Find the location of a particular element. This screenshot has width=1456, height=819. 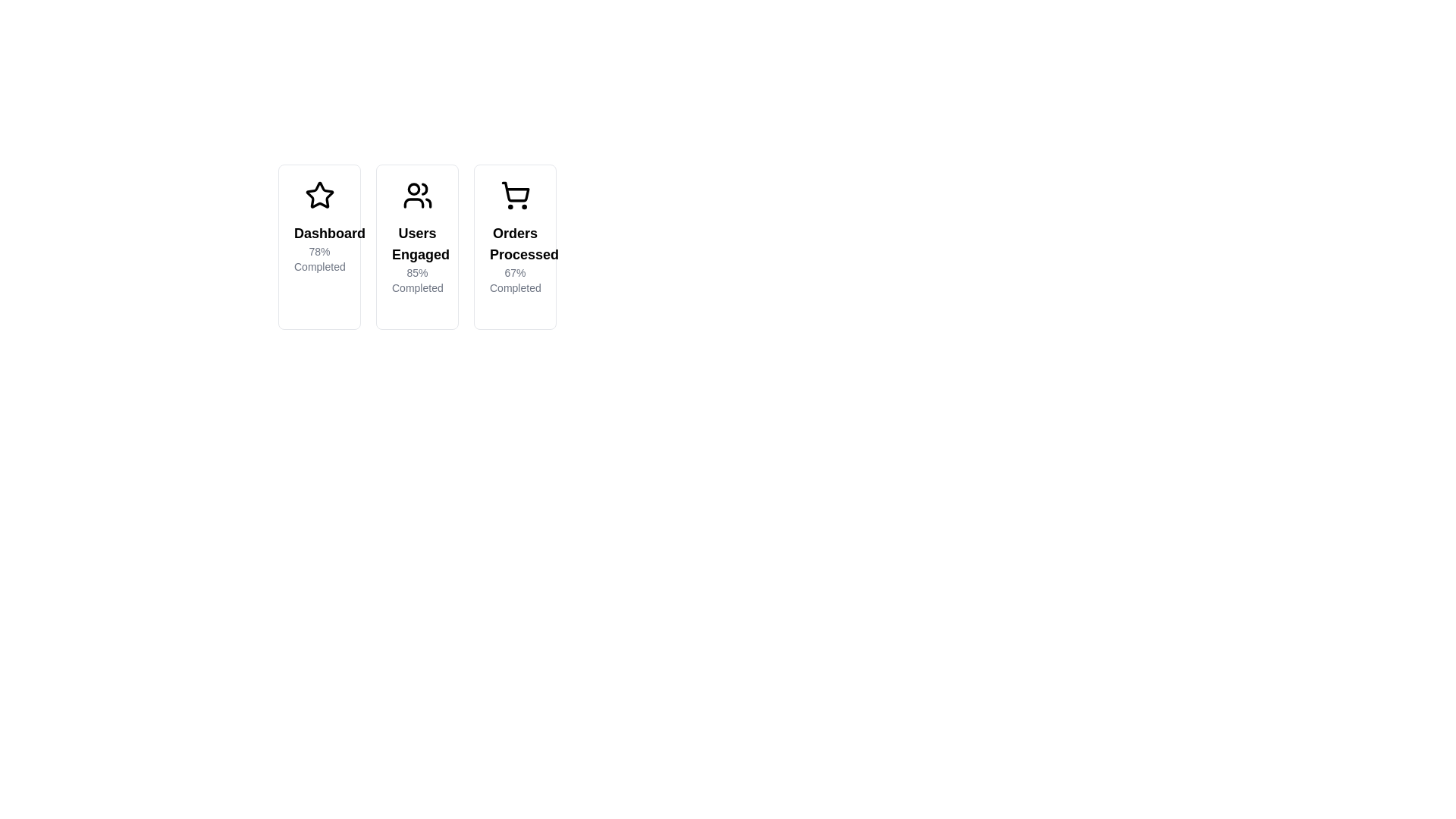

displayed information from the Information Card that shows user engagement statistics, located in the center of the grid between the 'Dashboard' and 'Orders Processed' cards is located at coordinates (417, 246).